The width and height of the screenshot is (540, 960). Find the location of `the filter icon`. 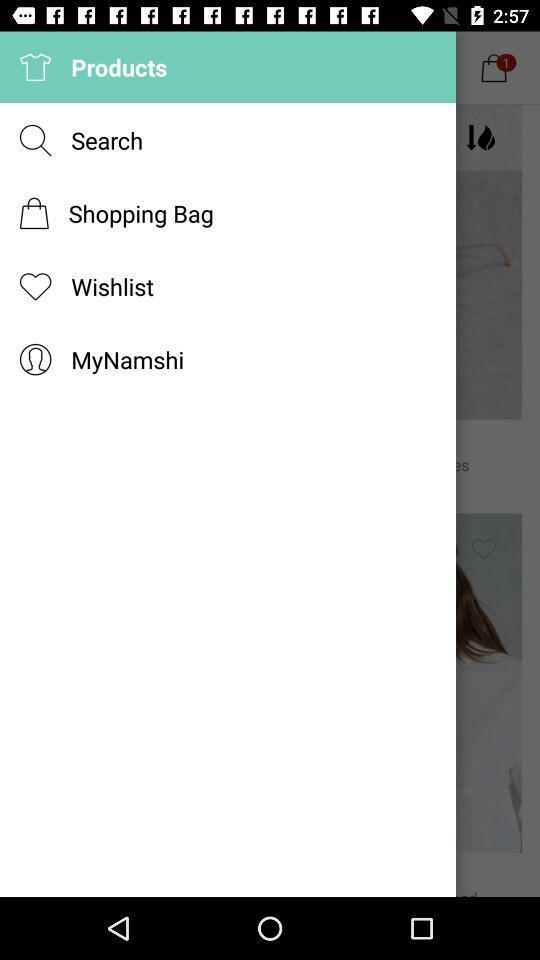

the filter icon is located at coordinates (482, 136).